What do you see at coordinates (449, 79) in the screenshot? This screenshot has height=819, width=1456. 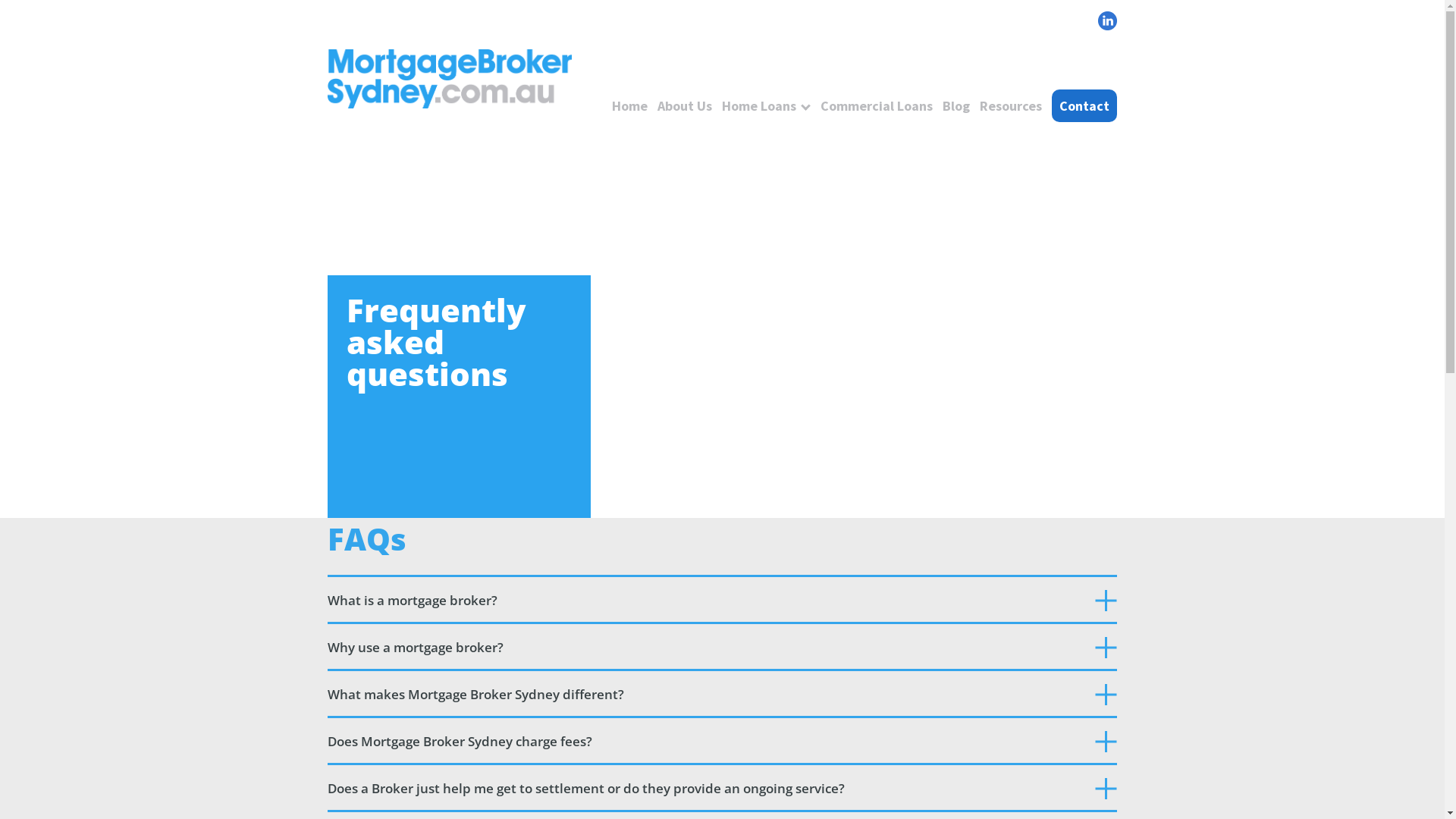 I see `'logo'` at bounding box center [449, 79].